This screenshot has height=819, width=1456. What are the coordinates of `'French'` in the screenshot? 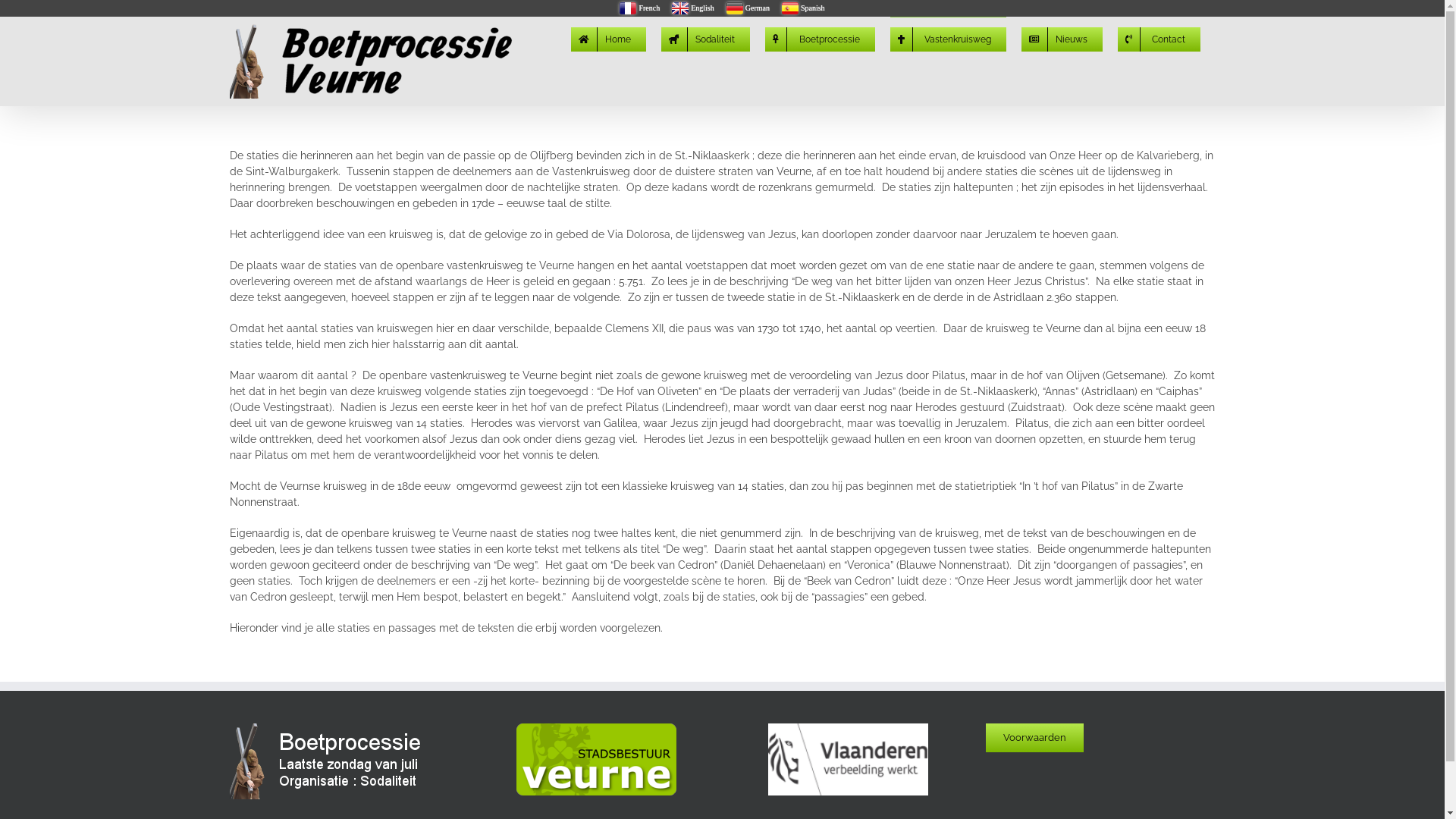 It's located at (639, 8).